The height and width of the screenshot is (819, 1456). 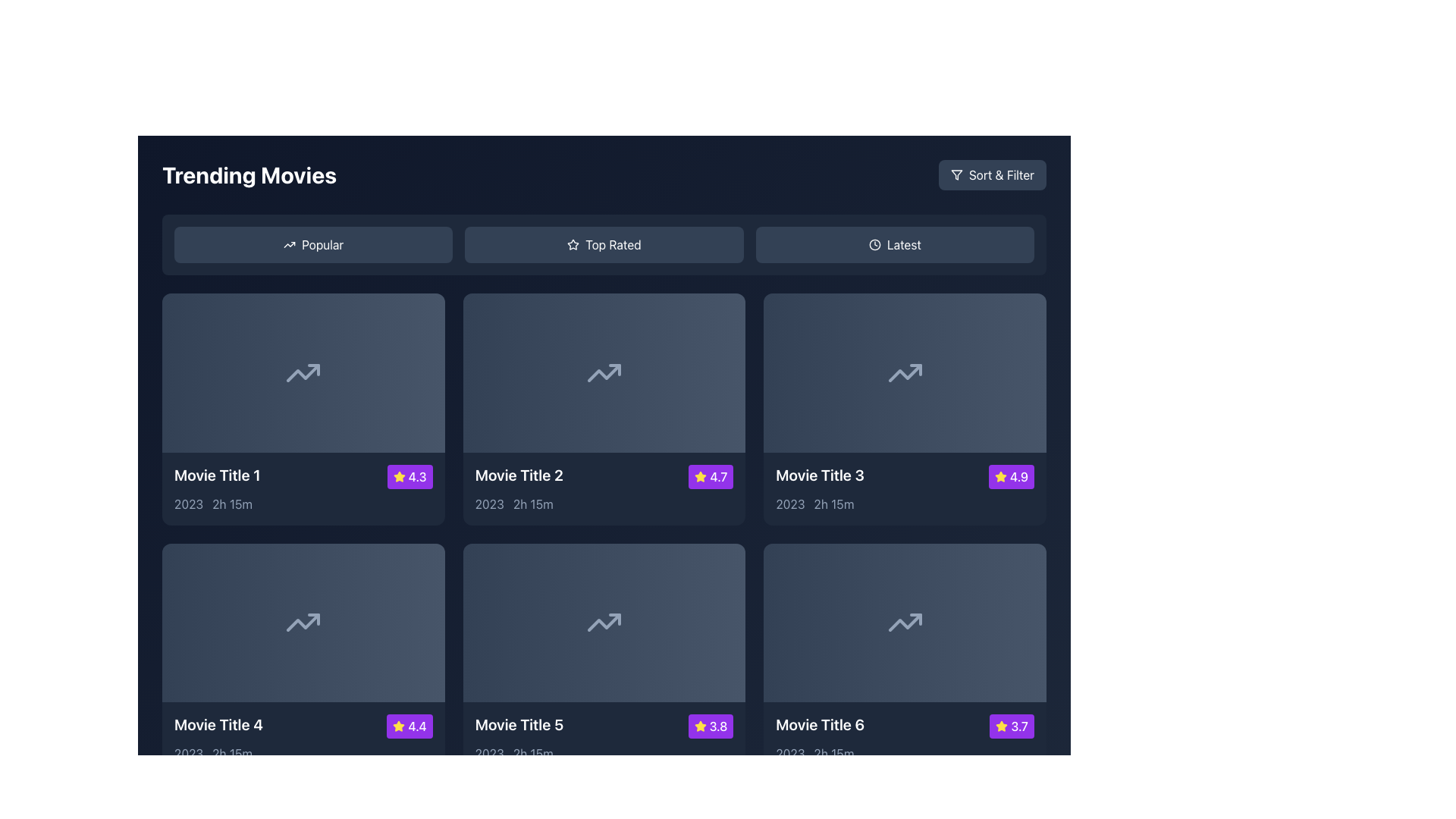 What do you see at coordinates (489, 754) in the screenshot?
I see `year '2023' displayed in a clear, sans-serif font beneath the title 'Movie Title 5' in the movie grid` at bounding box center [489, 754].